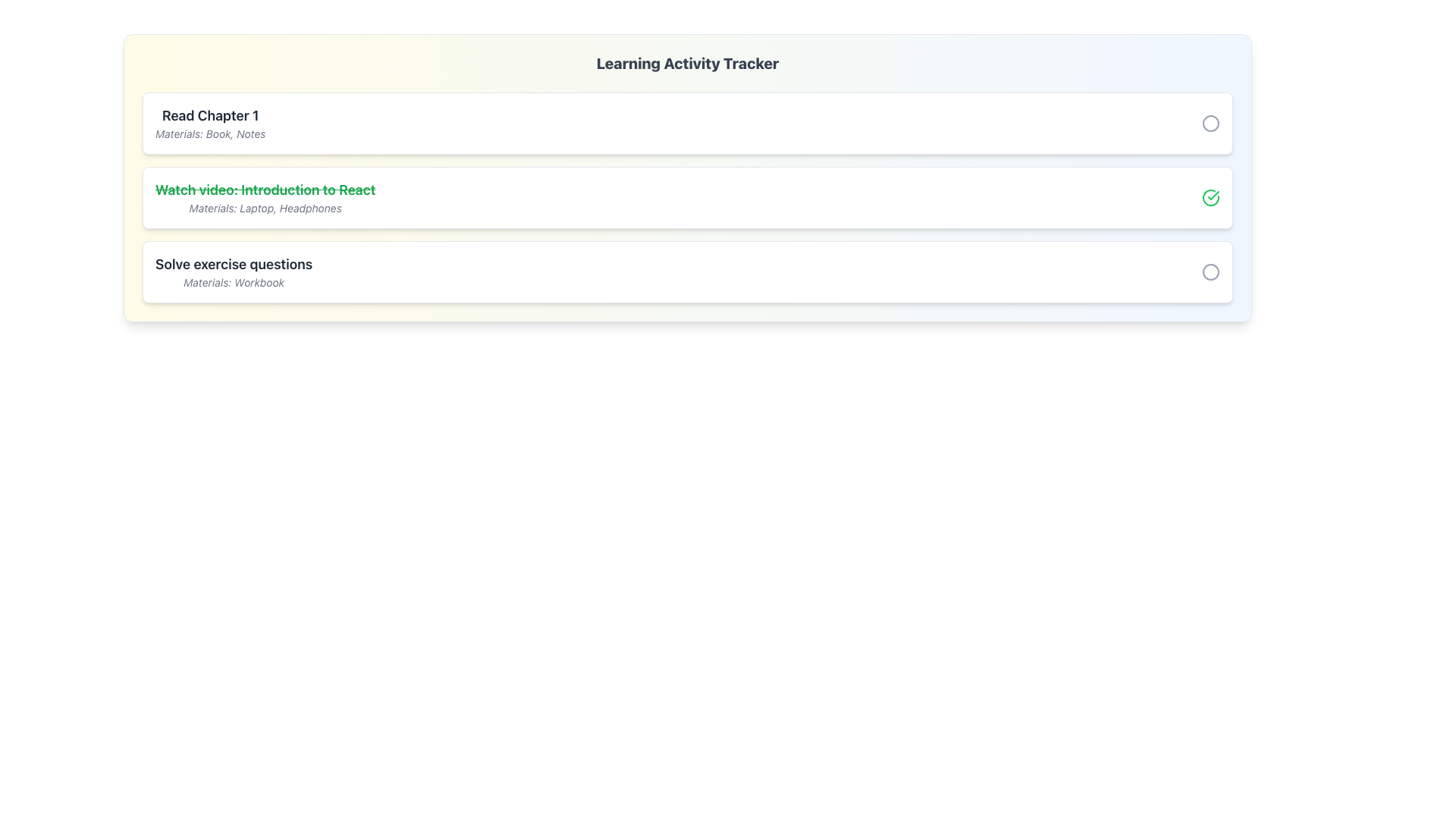  Describe the element at coordinates (233, 283) in the screenshot. I see `the text label that specifies the materials needed for 'Solve exercise questions' as 'Workbook', located in the third row of the list, below the main title` at that location.